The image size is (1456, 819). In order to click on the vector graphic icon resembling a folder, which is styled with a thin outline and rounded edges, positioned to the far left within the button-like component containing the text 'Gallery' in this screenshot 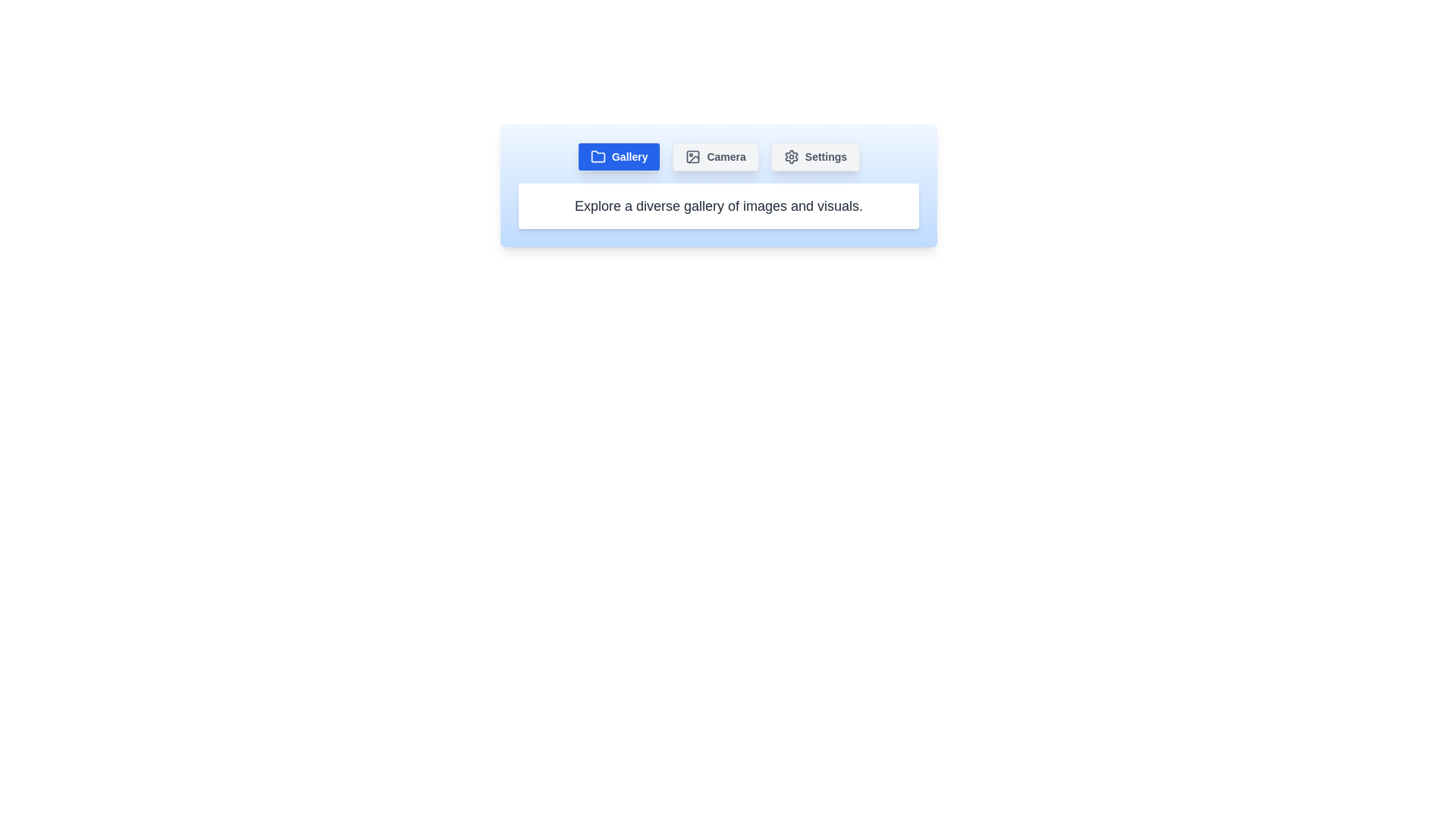, I will do `click(597, 157)`.